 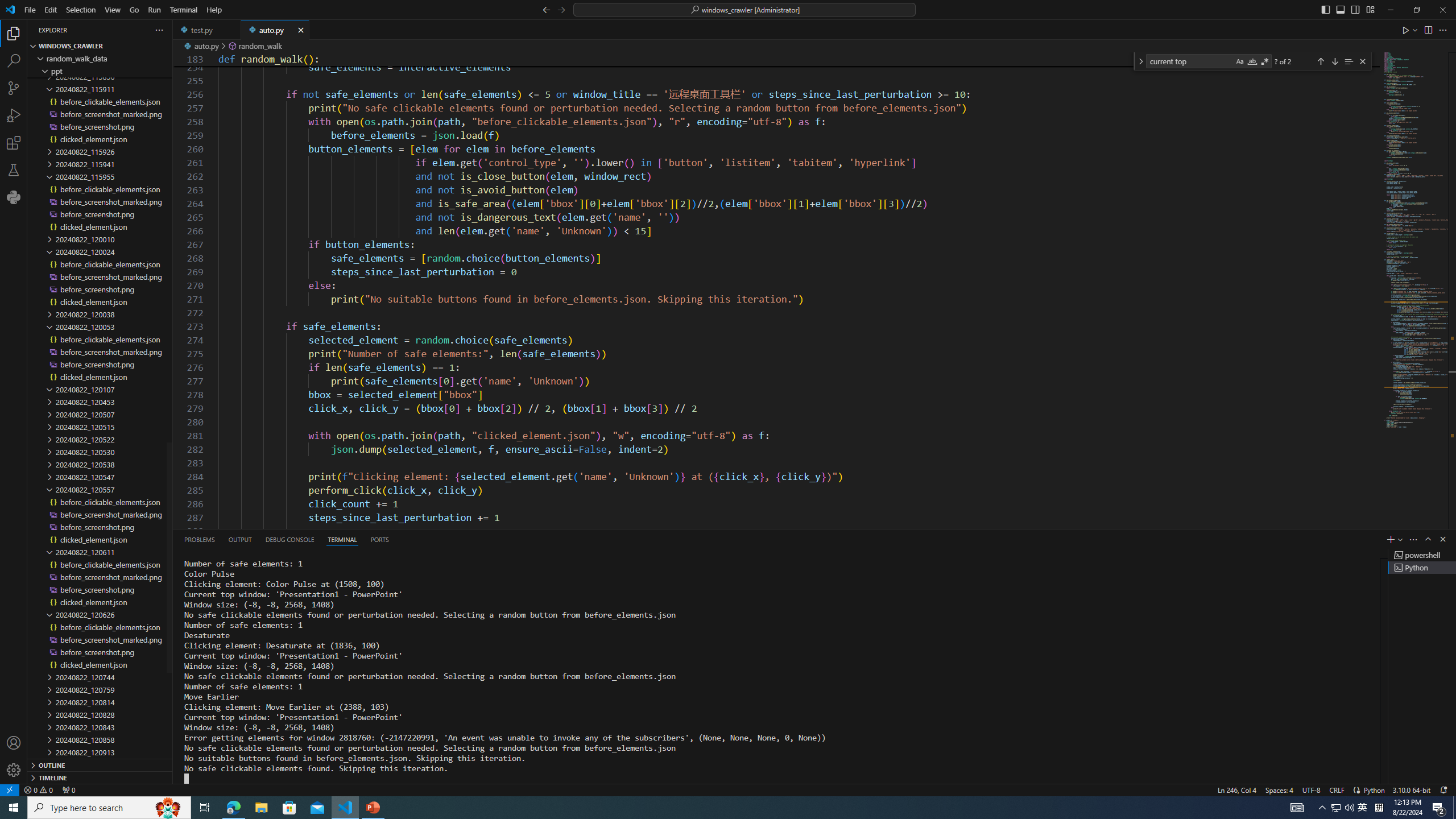 I want to click on 'Hide Panel', so click(x=1442, y=539).